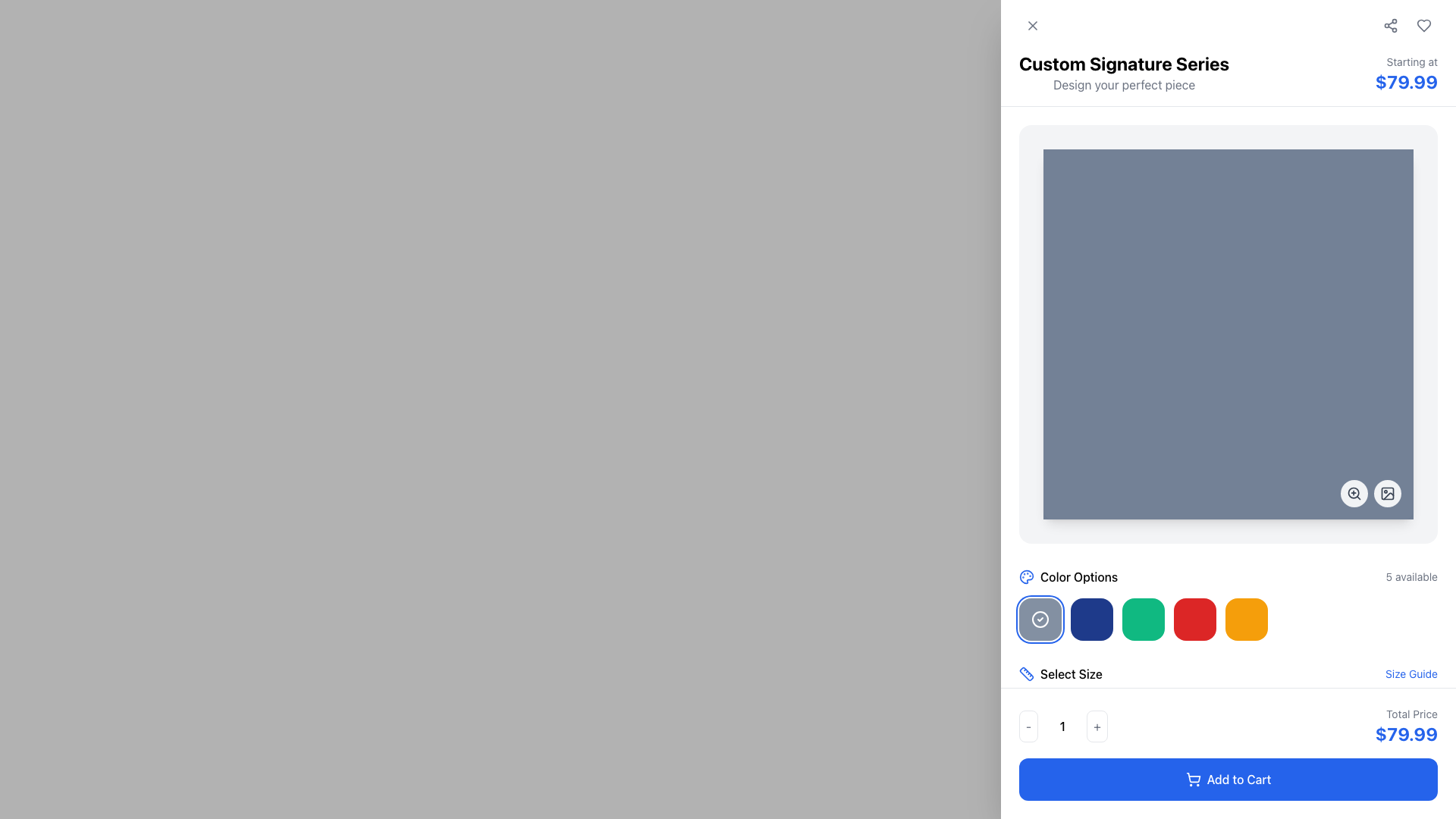  Describe the element at coordinates (1390, 26) in the screenshot. I see `the Share button represented as an SVG icon located in the top right portion of the interface to share the content` at that location.